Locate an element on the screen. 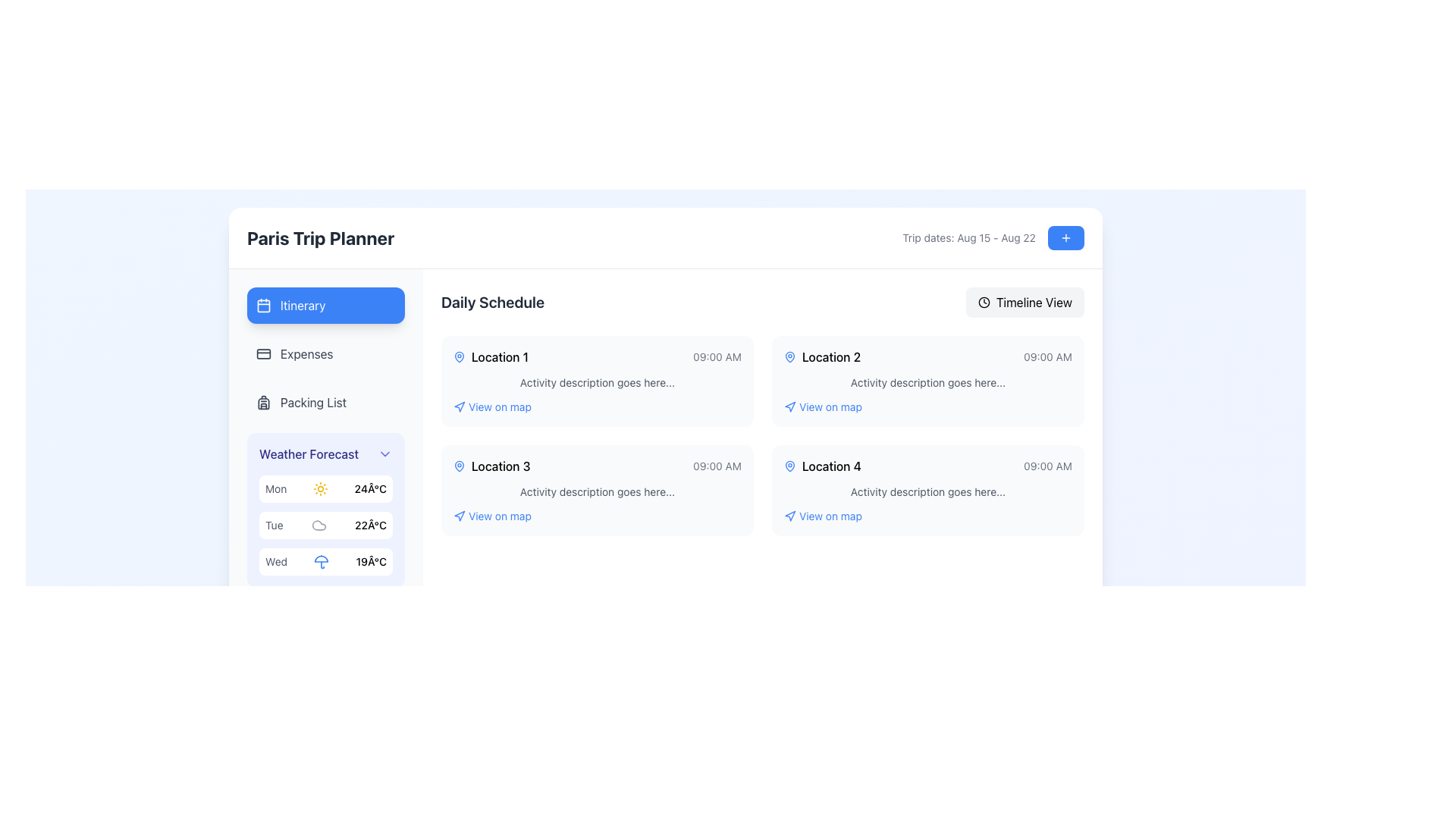 This screenshot has width=1456, height=819. the text element stating 'Activity description goes here...' located beneath the title 'Location 1' and the time '09:00 AM' in the Daily Schedule area is located at coordinates (596, 382).